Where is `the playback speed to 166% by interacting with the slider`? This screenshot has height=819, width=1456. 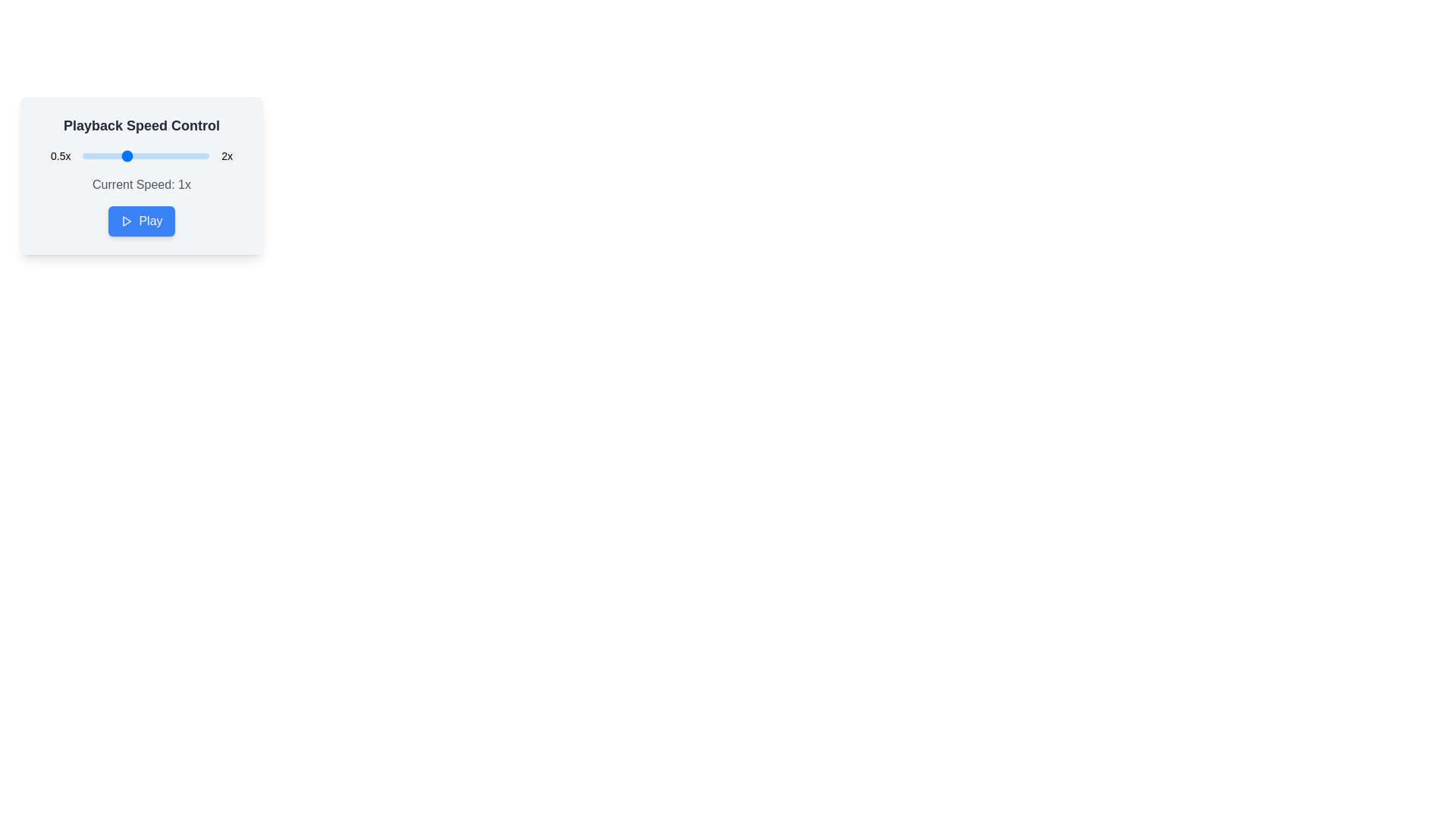
the playback speed to 166% by interacting with the slider is located at coordinates (180, 155).